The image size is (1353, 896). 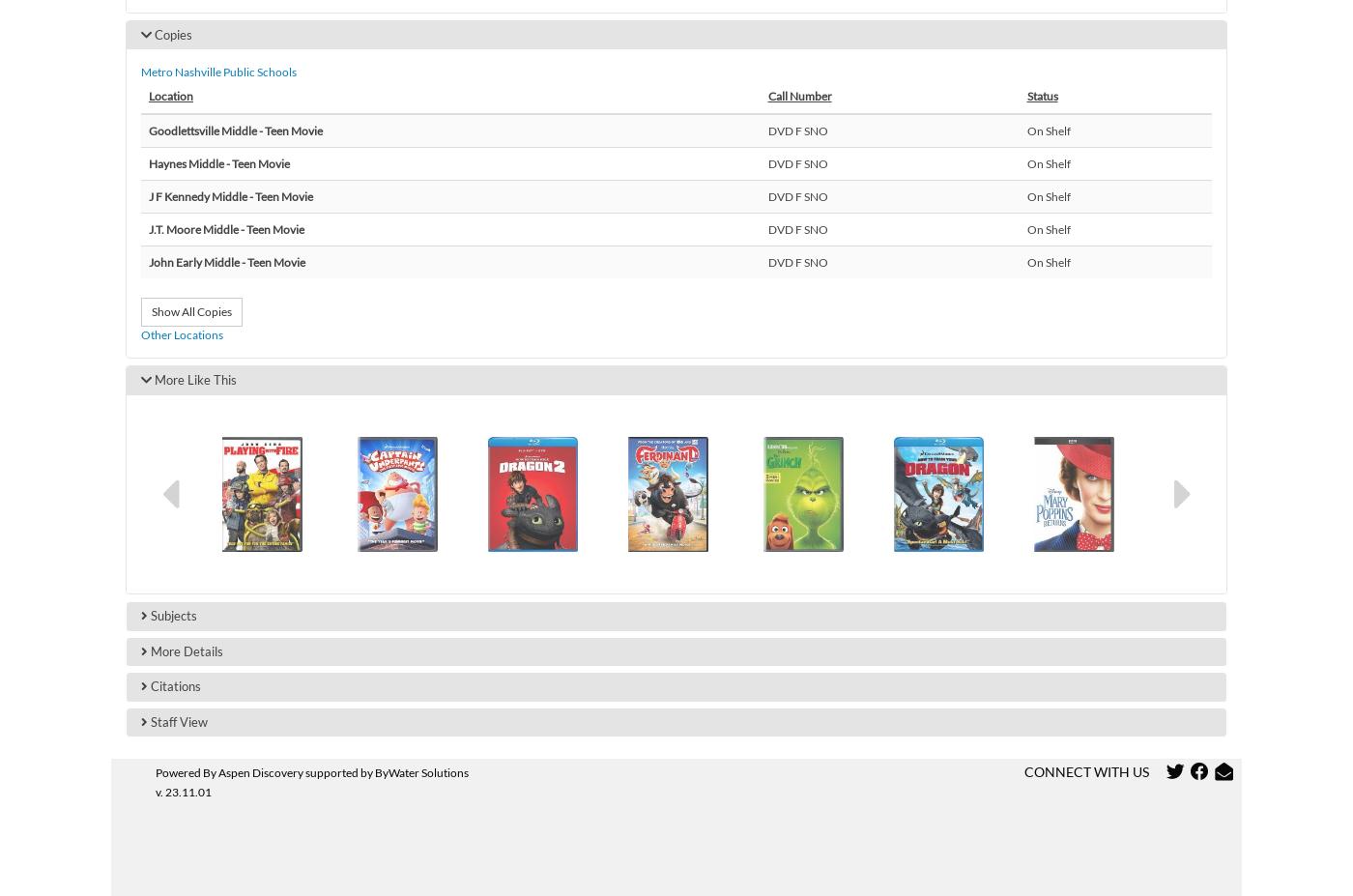 I want to click on 'Gower Elementary', so click(x=254, y=323).